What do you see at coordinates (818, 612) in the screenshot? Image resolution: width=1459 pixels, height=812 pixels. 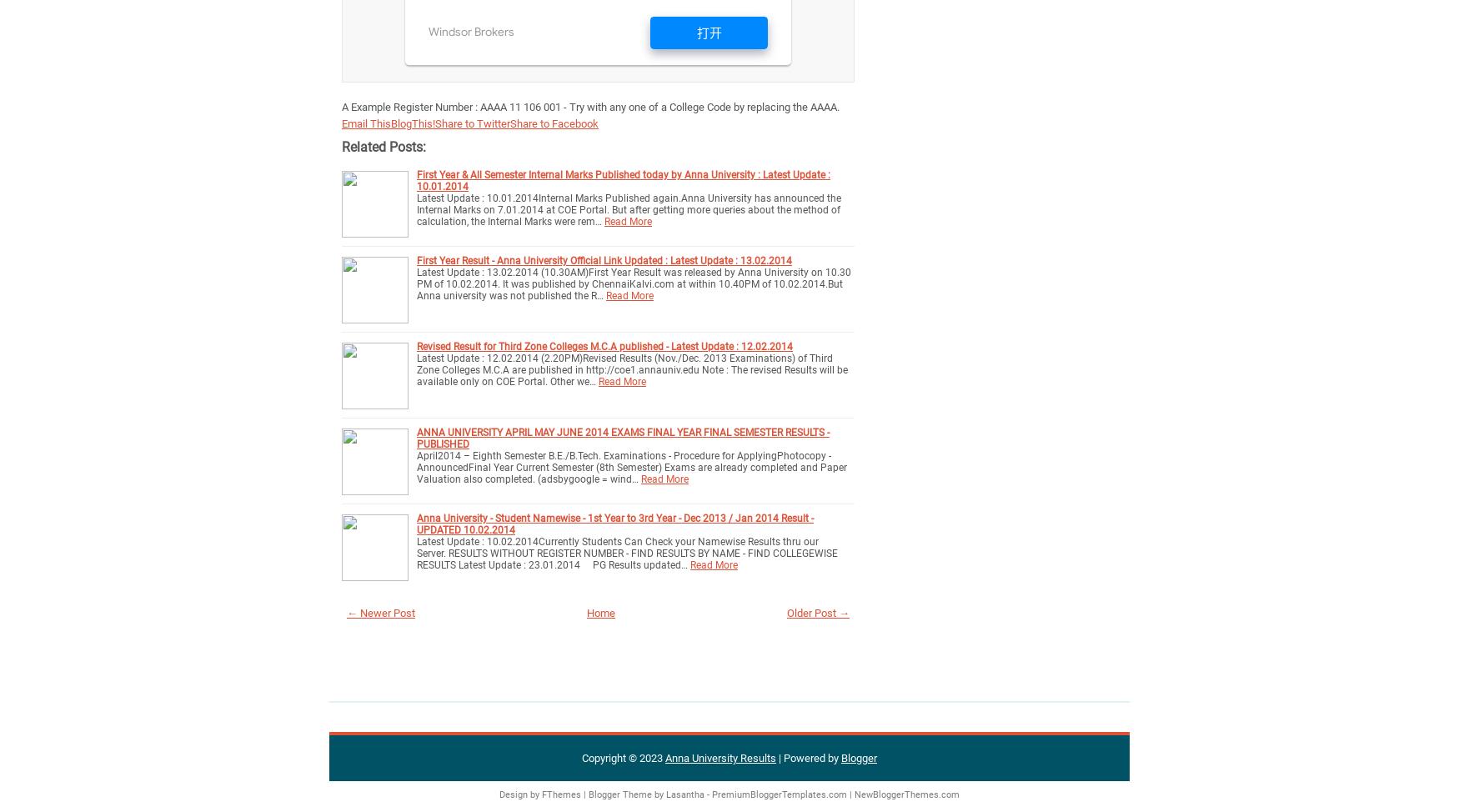 I see `'Older Post →'` at bounding box center [818, 612].